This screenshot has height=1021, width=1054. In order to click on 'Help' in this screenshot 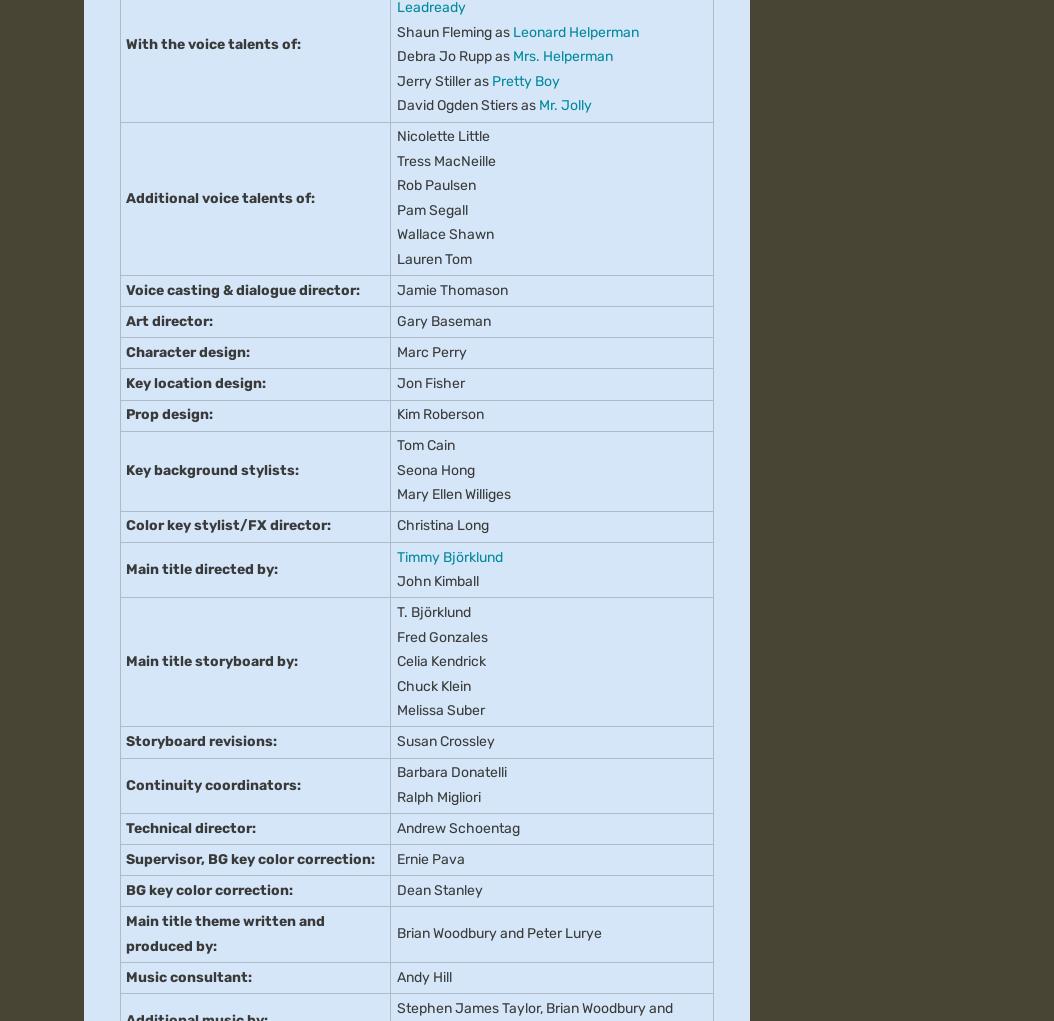, I will do `click(446, 399)`.